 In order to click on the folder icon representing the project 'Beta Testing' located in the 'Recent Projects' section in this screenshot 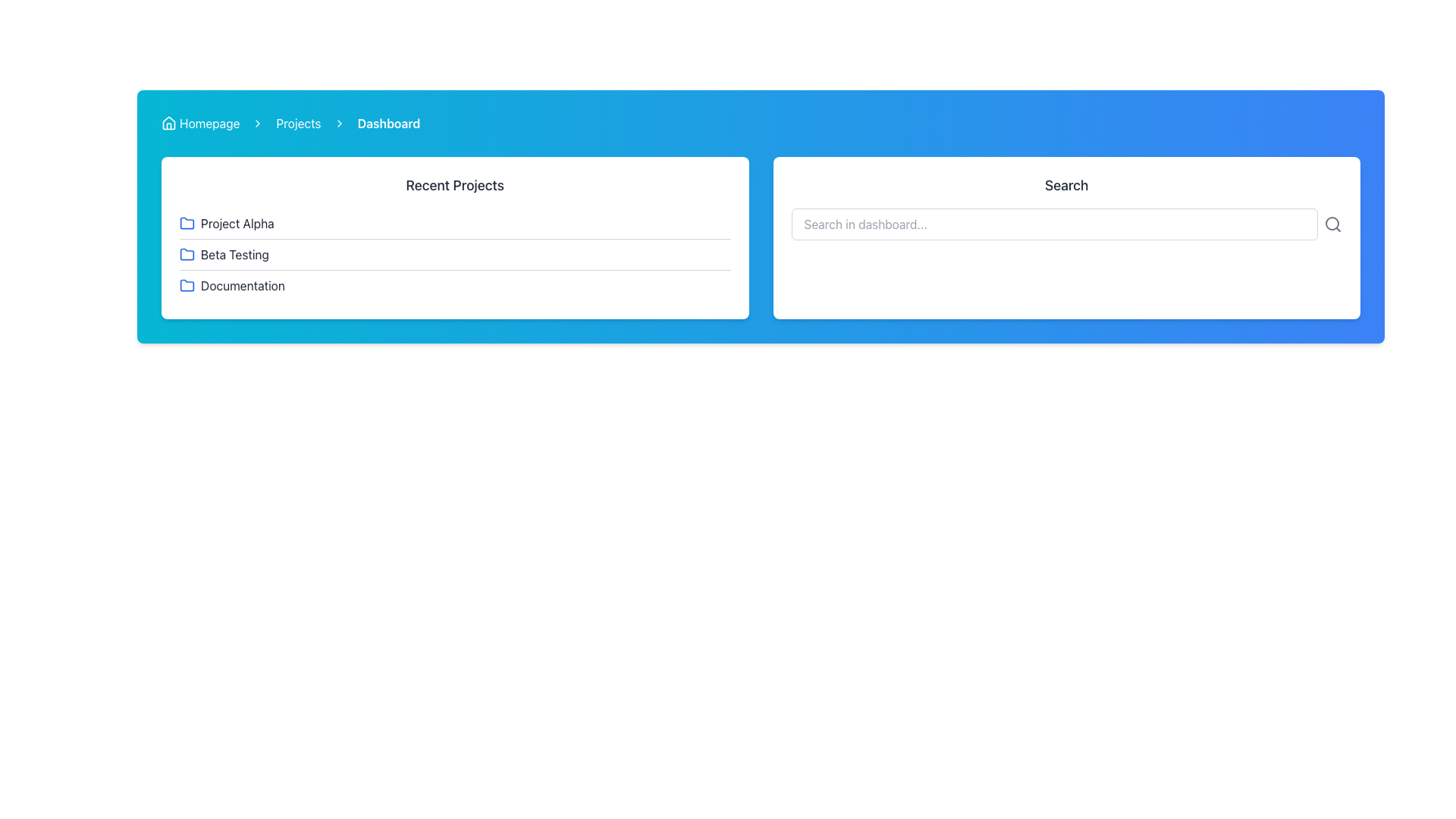, I will do `click(186, 253)`.